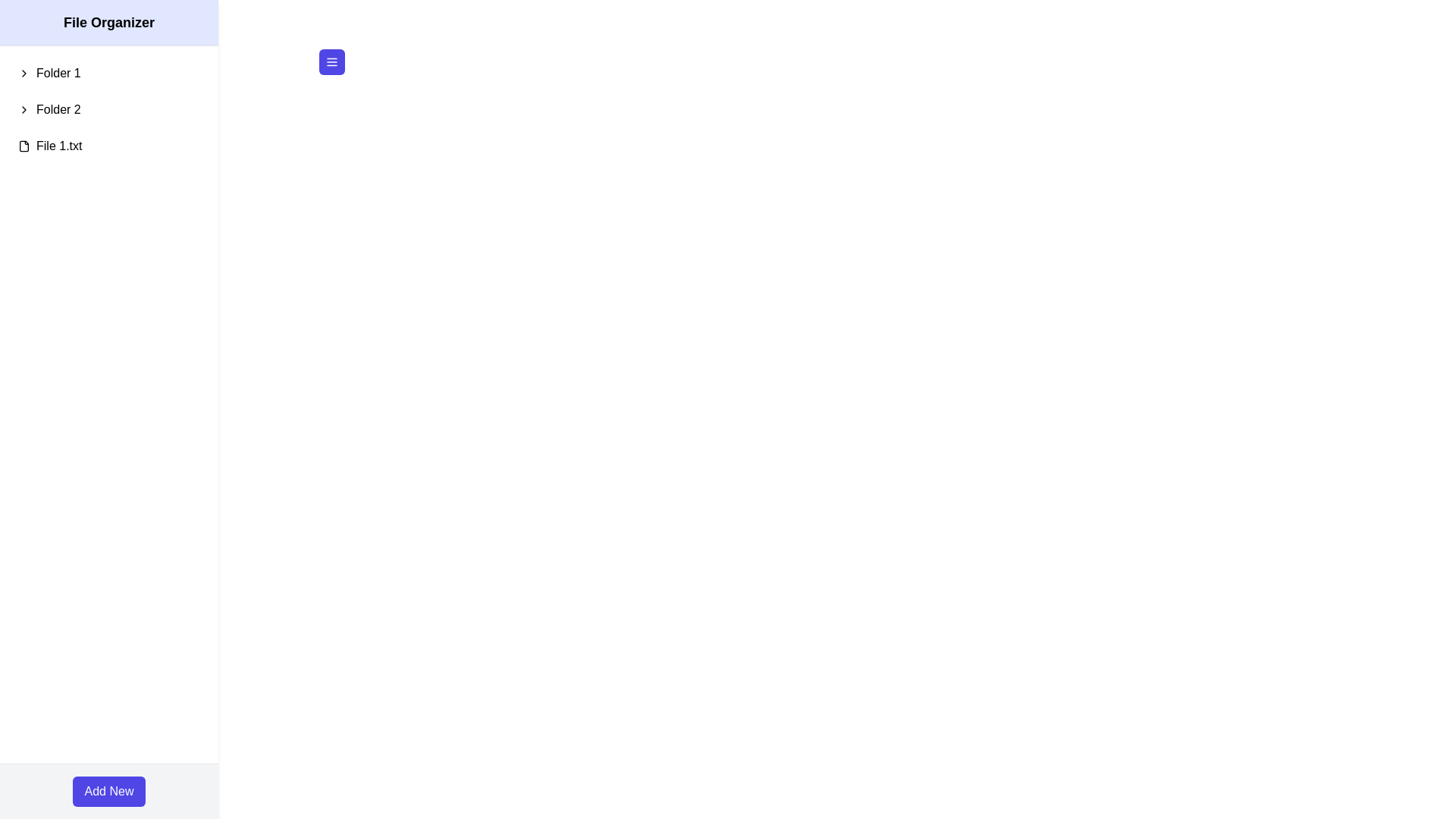 Image resolution: width=1456 pixels, height=819 pixels. What do you see at coordinates (331, 61) in the screenshot?
I see `the small rectangular button with a deep indigo background and white text, which features a menu icon consisting of three horizontal lines stacked vertically, located slightly below the 'File Organizer' header` at bounding box center [331, 61].